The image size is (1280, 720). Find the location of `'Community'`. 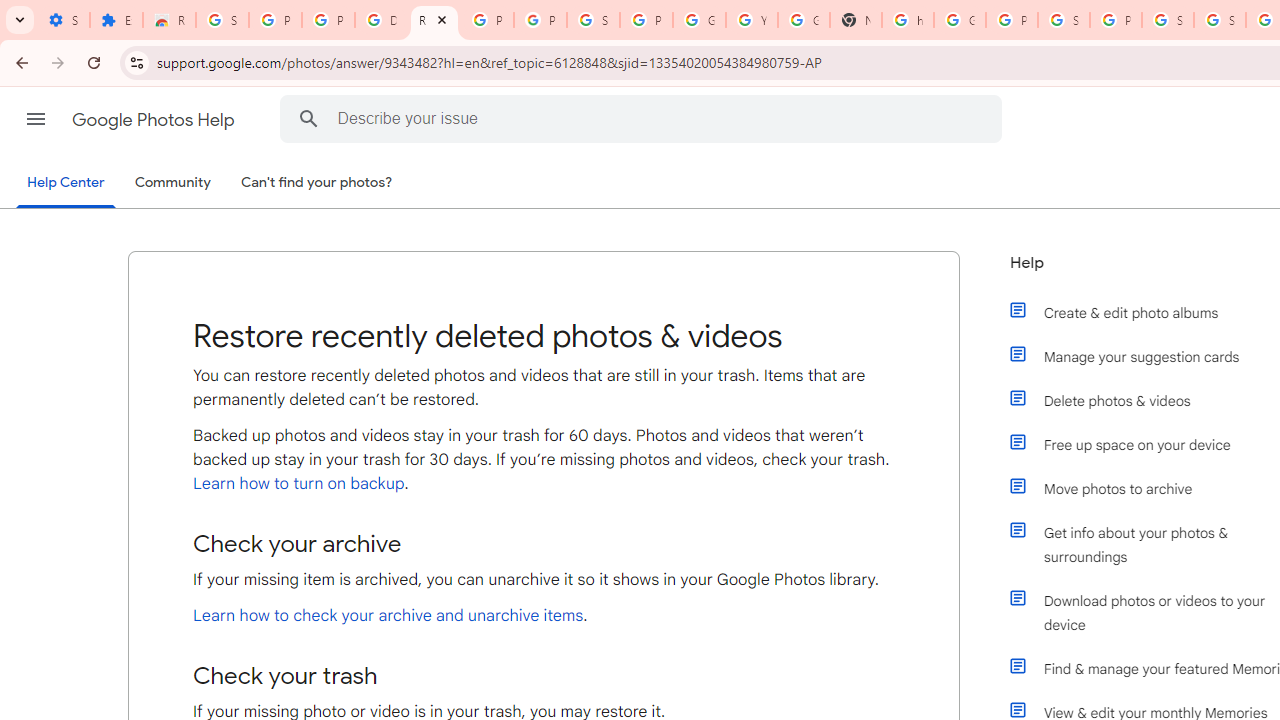

'Community' is located at coordinates (172, 183).